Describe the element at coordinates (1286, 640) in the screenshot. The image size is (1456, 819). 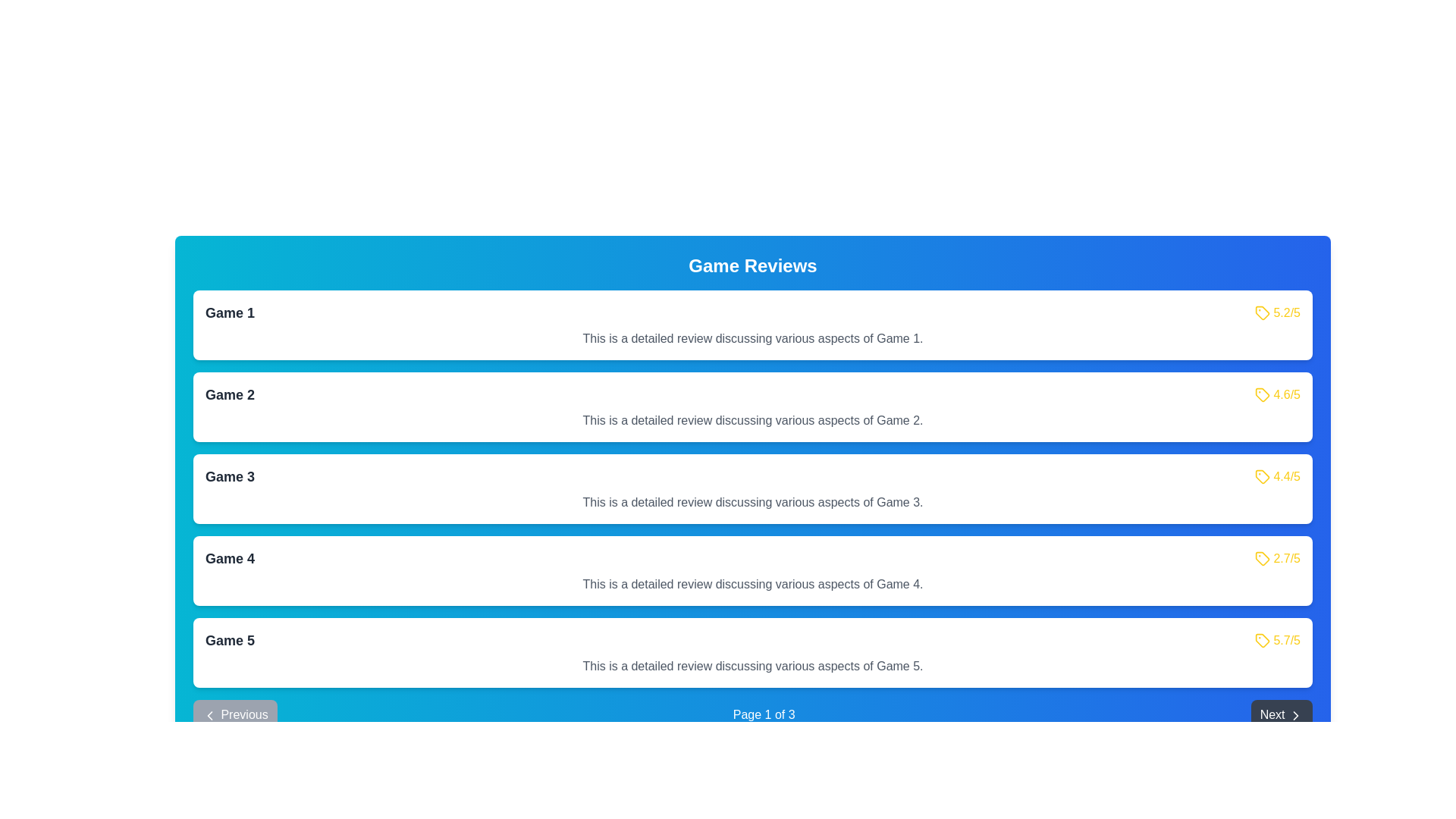
I see `displayed rating value from the text element located at the bottom right of the fifth information card, which shows a score or feedback related to adjacent content` at that location.